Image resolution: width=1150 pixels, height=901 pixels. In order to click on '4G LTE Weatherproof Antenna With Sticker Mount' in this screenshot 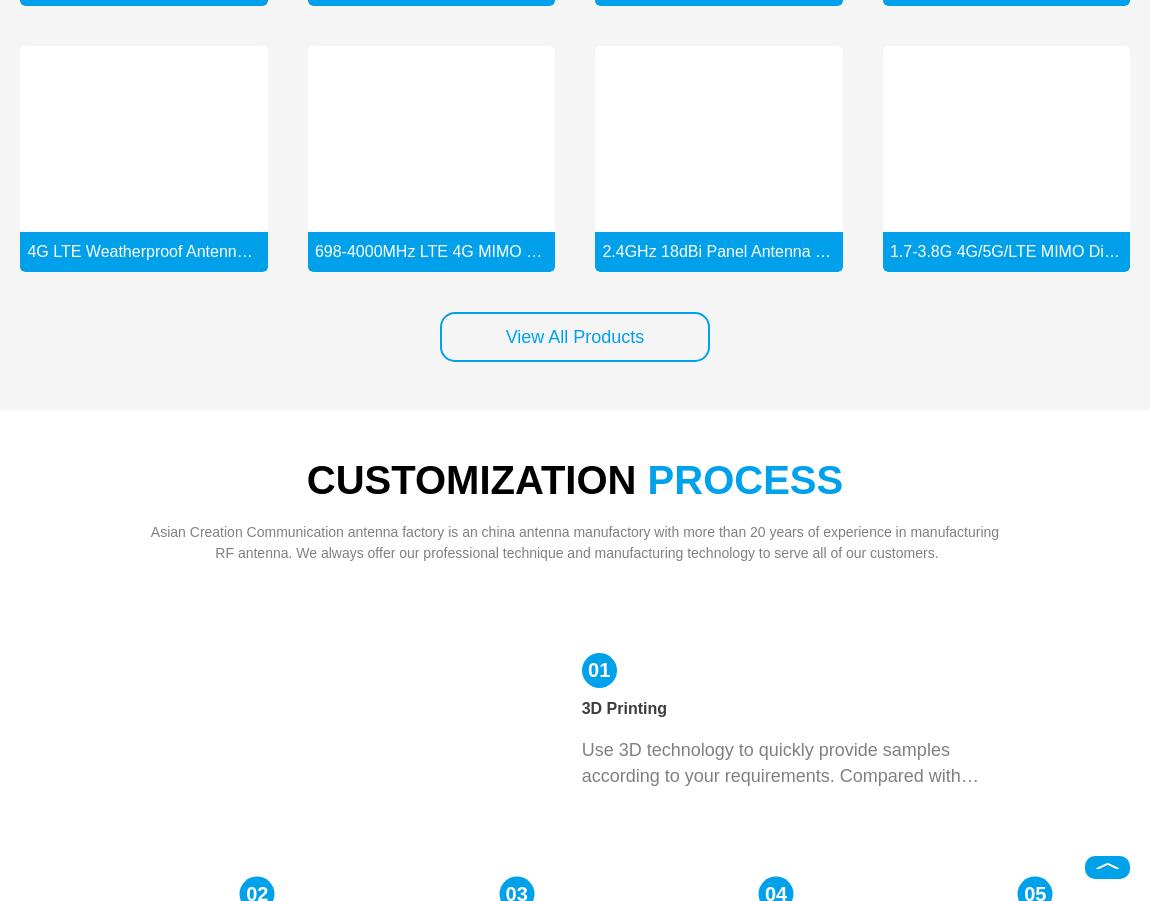, I will do `click(204, 249)`.